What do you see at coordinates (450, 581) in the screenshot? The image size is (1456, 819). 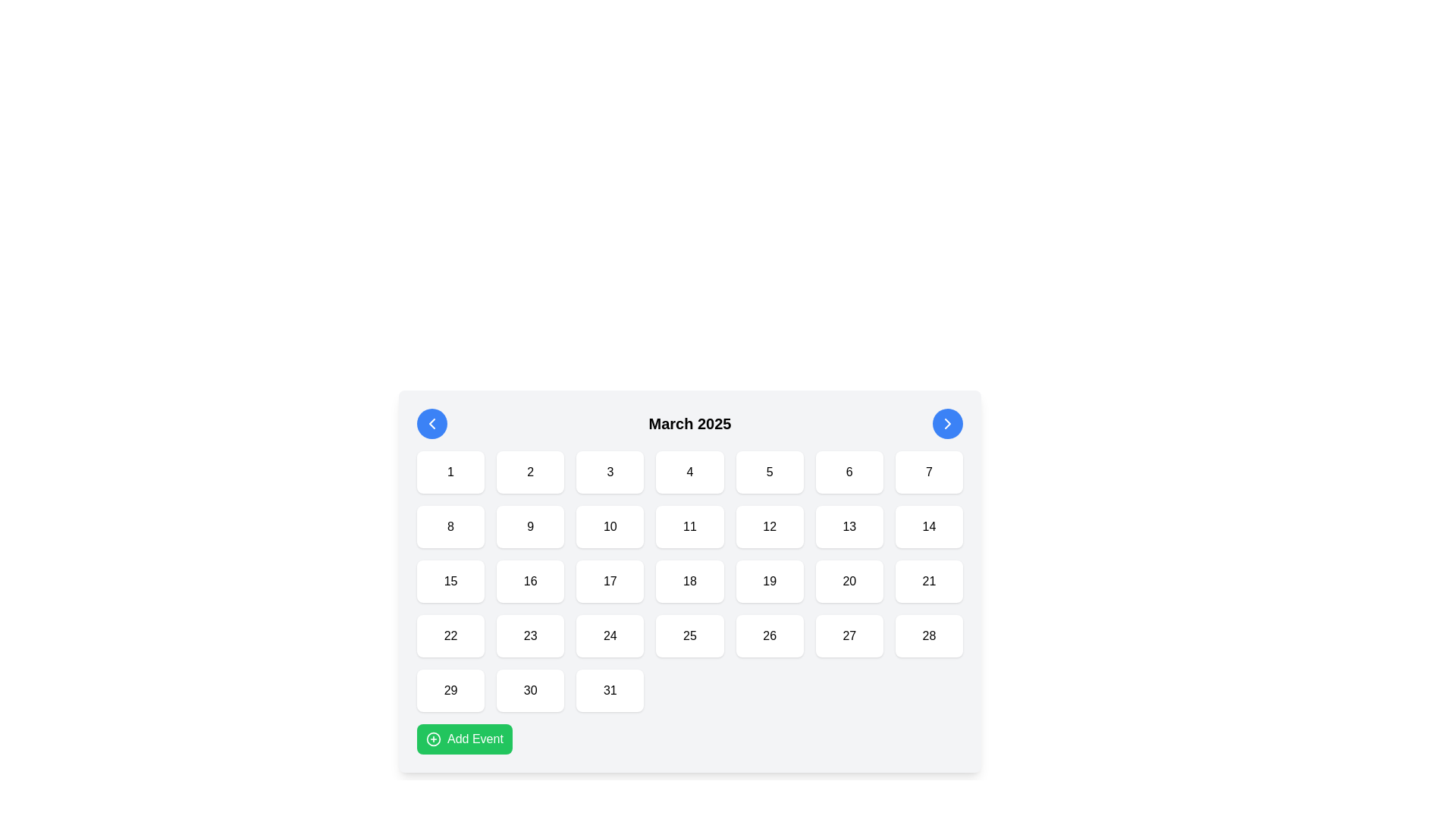 I see `the rectangular button labeled '15' with a white background and blue hover outline, located in the third row and first column of the calendar grid` at bounding box center [450, 581].